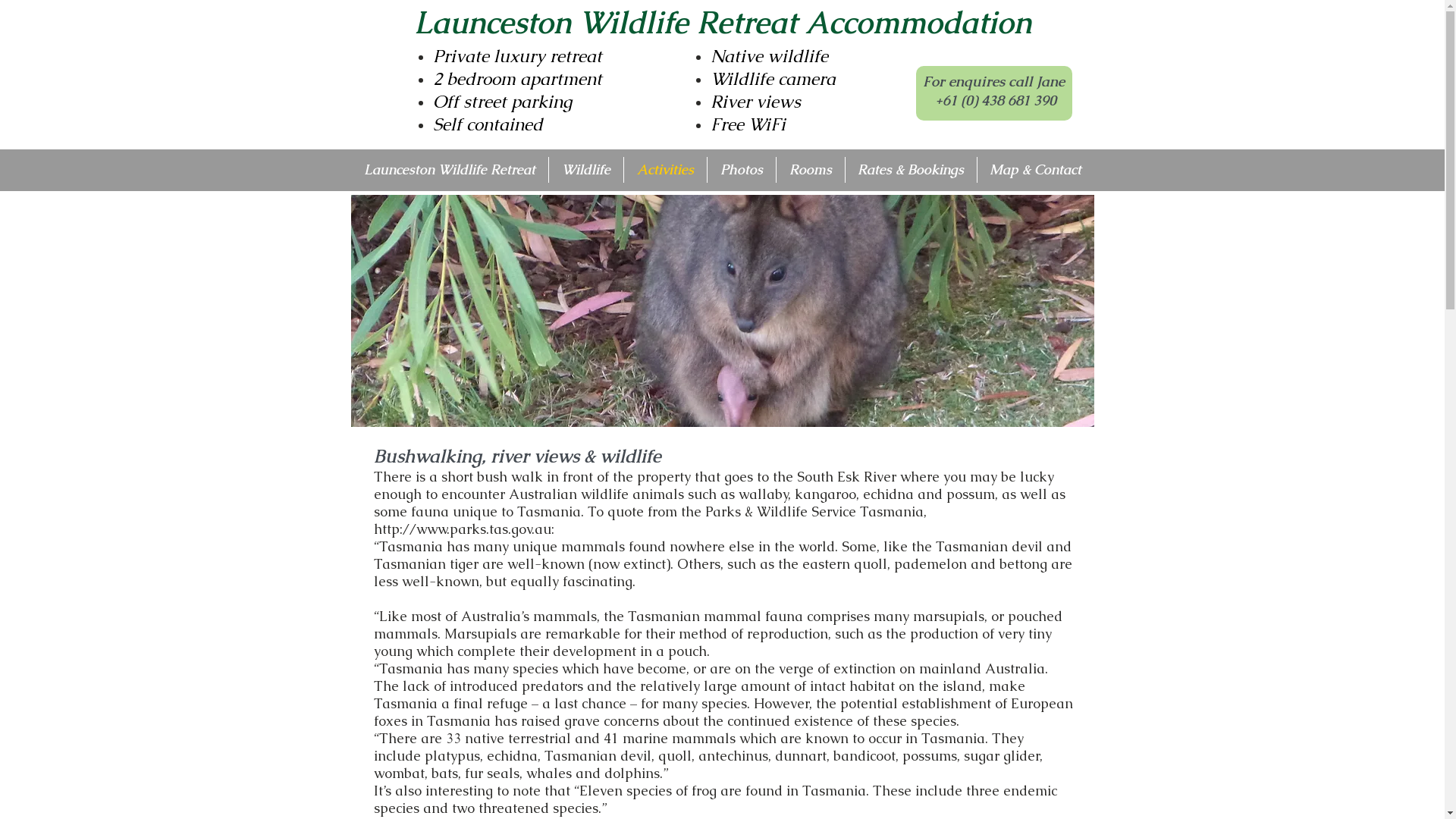  Describe the element at coordinates (810, 169) in the screenshot. I see `'Rooms'` at that location.